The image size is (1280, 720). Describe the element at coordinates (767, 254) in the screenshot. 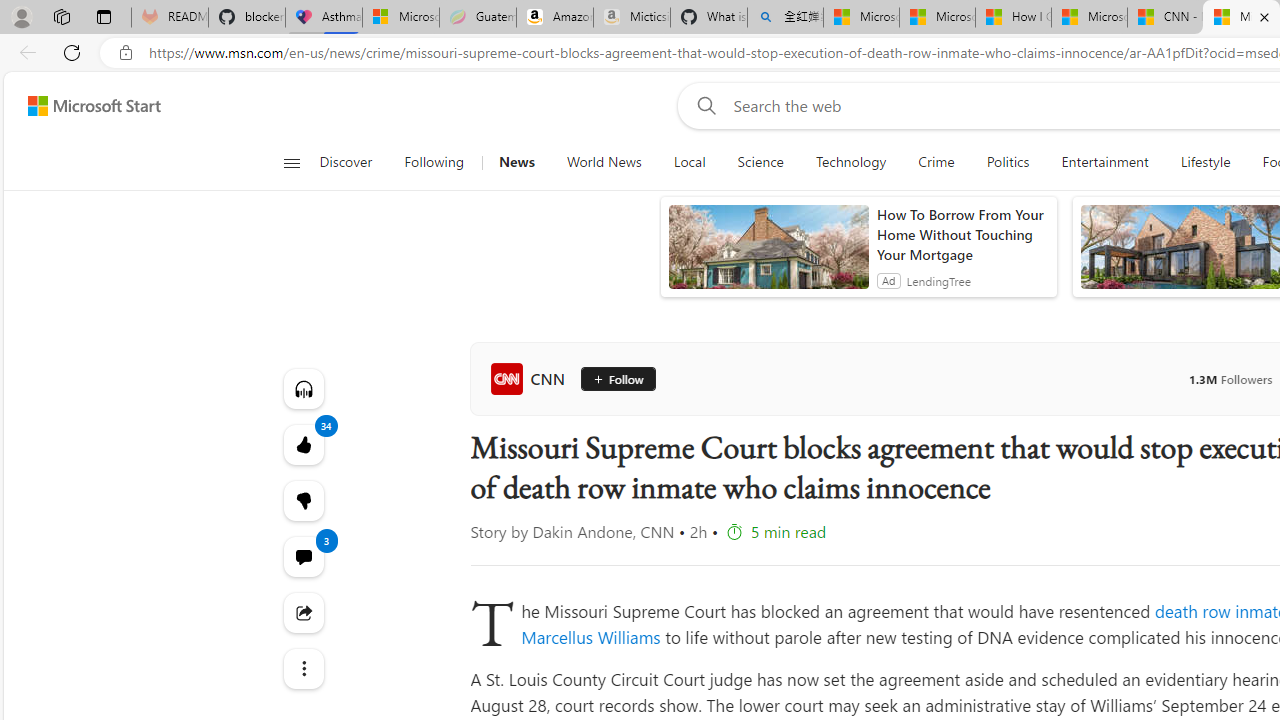

I see `'anim-content'` at that location.